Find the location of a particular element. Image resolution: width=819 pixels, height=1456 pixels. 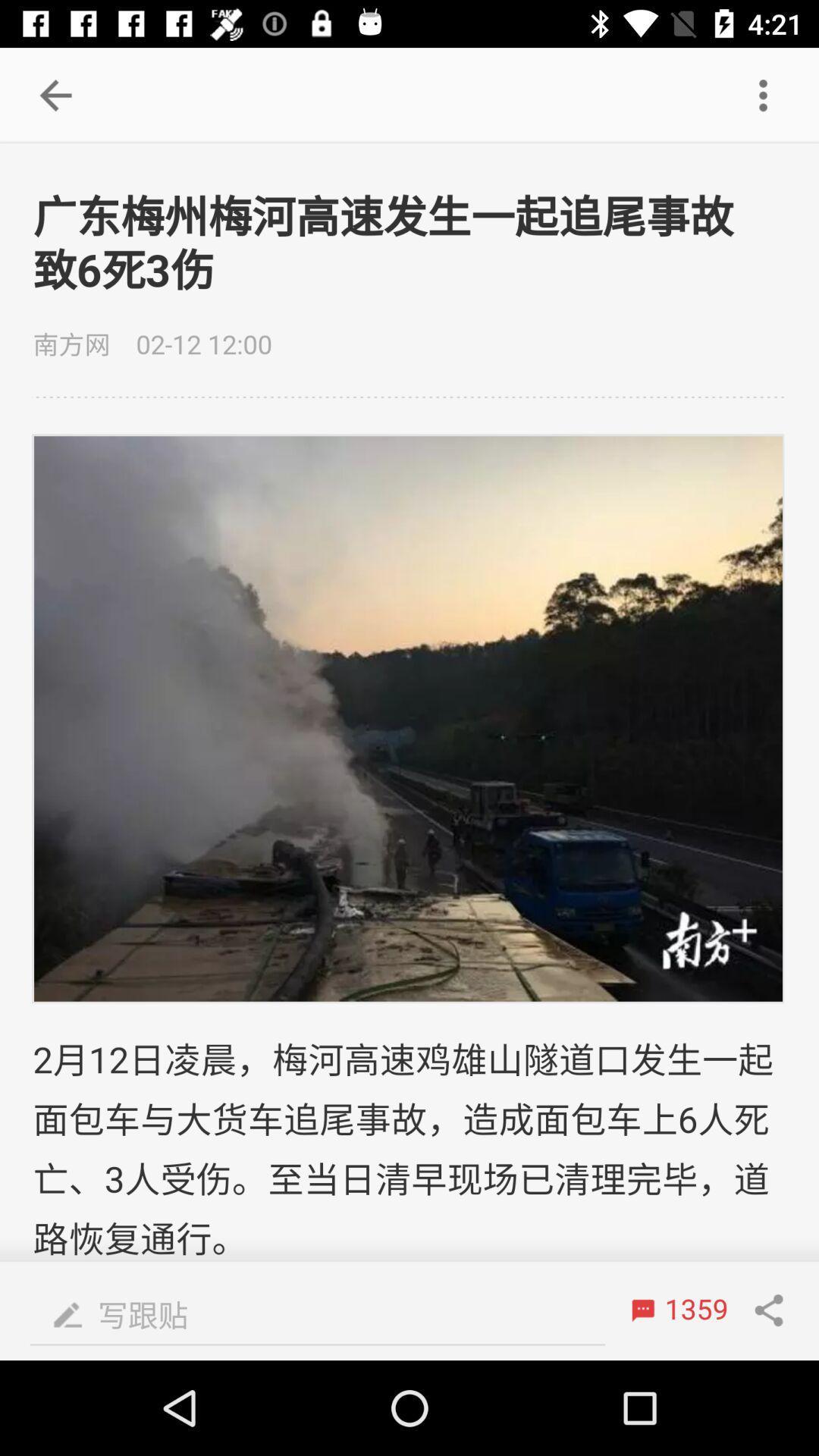

the share icon is located at coordinates (769, 1310).